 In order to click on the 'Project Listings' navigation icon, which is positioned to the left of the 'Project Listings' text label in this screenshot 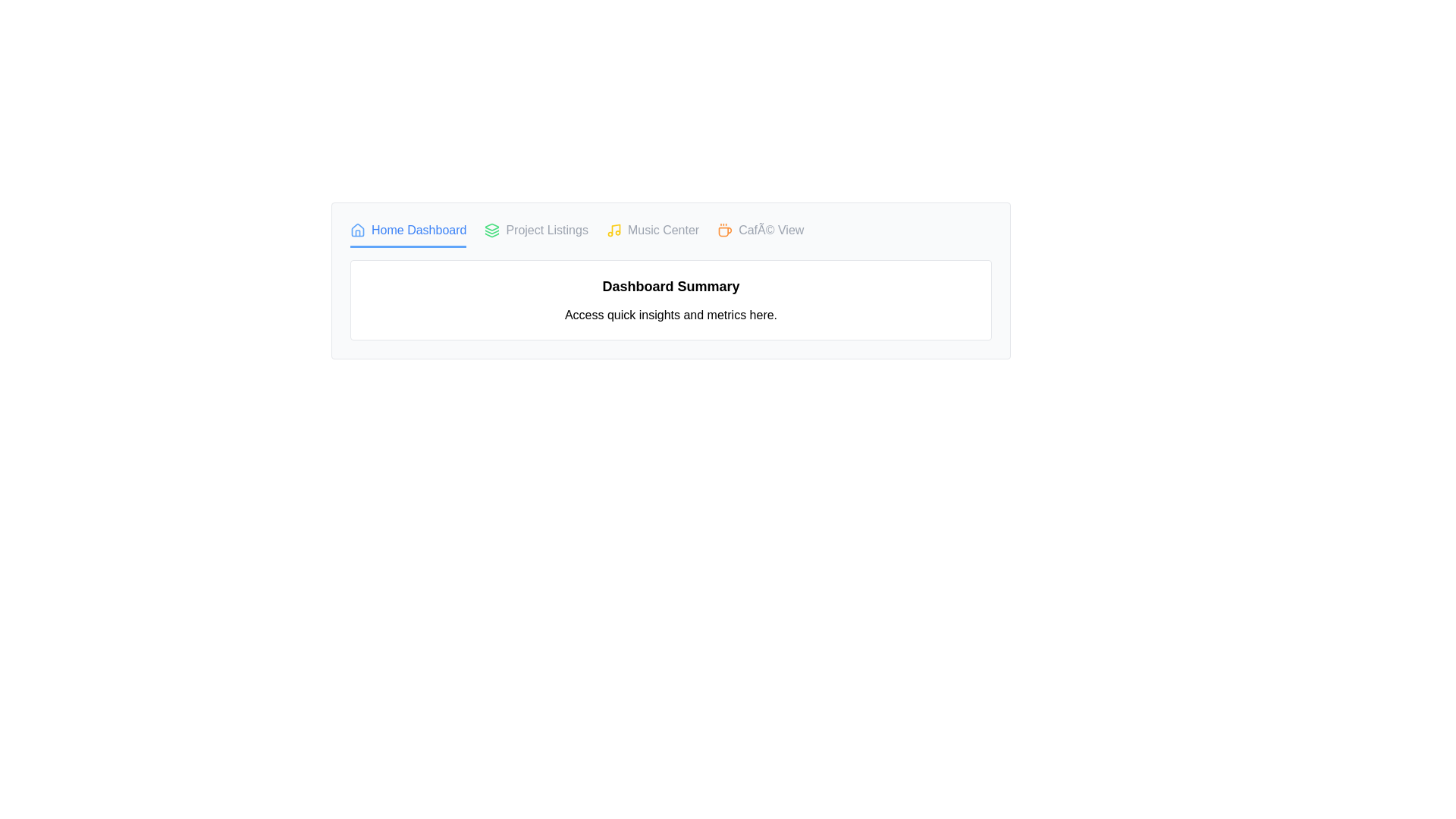, I will do `click(492, 231)`.